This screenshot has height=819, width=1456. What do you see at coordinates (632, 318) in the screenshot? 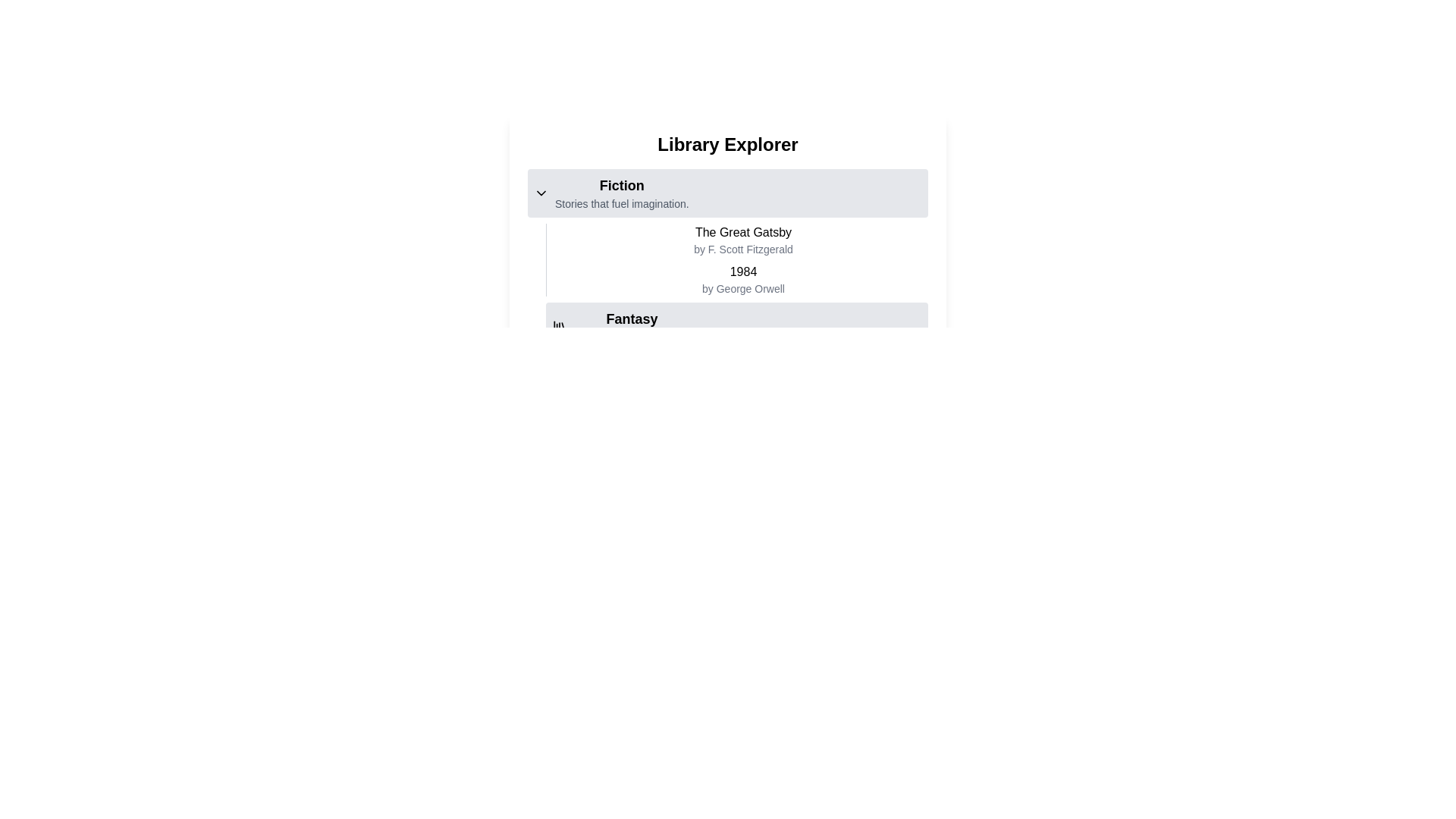
I see `text label indicating the category 'Fantasy' located in the main content area, centered horizontally, above the sub-text 'Dive into magical worlds.'` at bounding box center [632, 318].